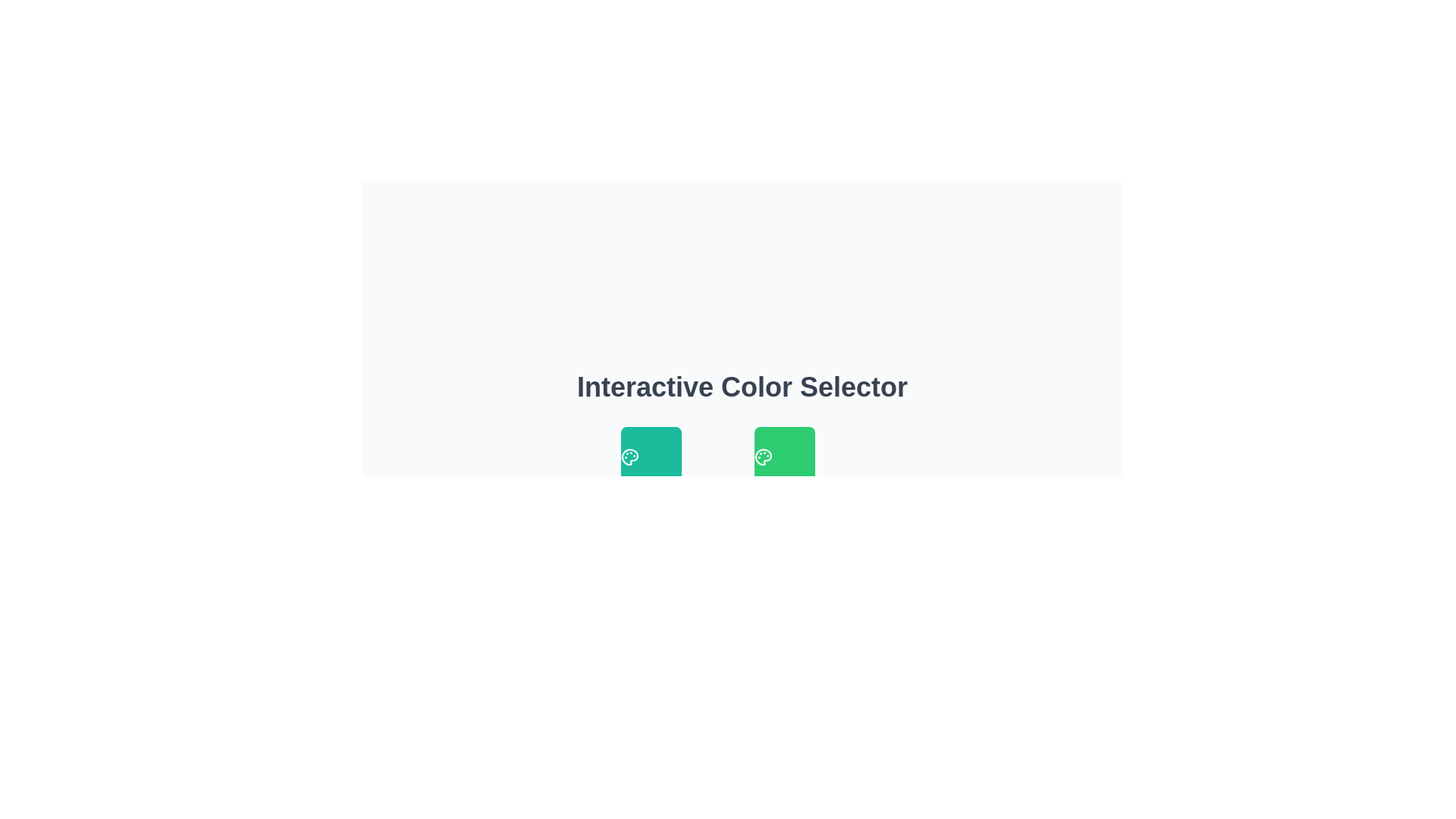 The width and height of the screenshot is (1456, 819). What do you see at coordinates (629, 456) in the screenshot?
I see `the SVG-based Icon located within the left button of the 'Interactive Color Selector' section, which is styled with rounded corners and is meant for color selection or customization` at bounding box center [629, 456].